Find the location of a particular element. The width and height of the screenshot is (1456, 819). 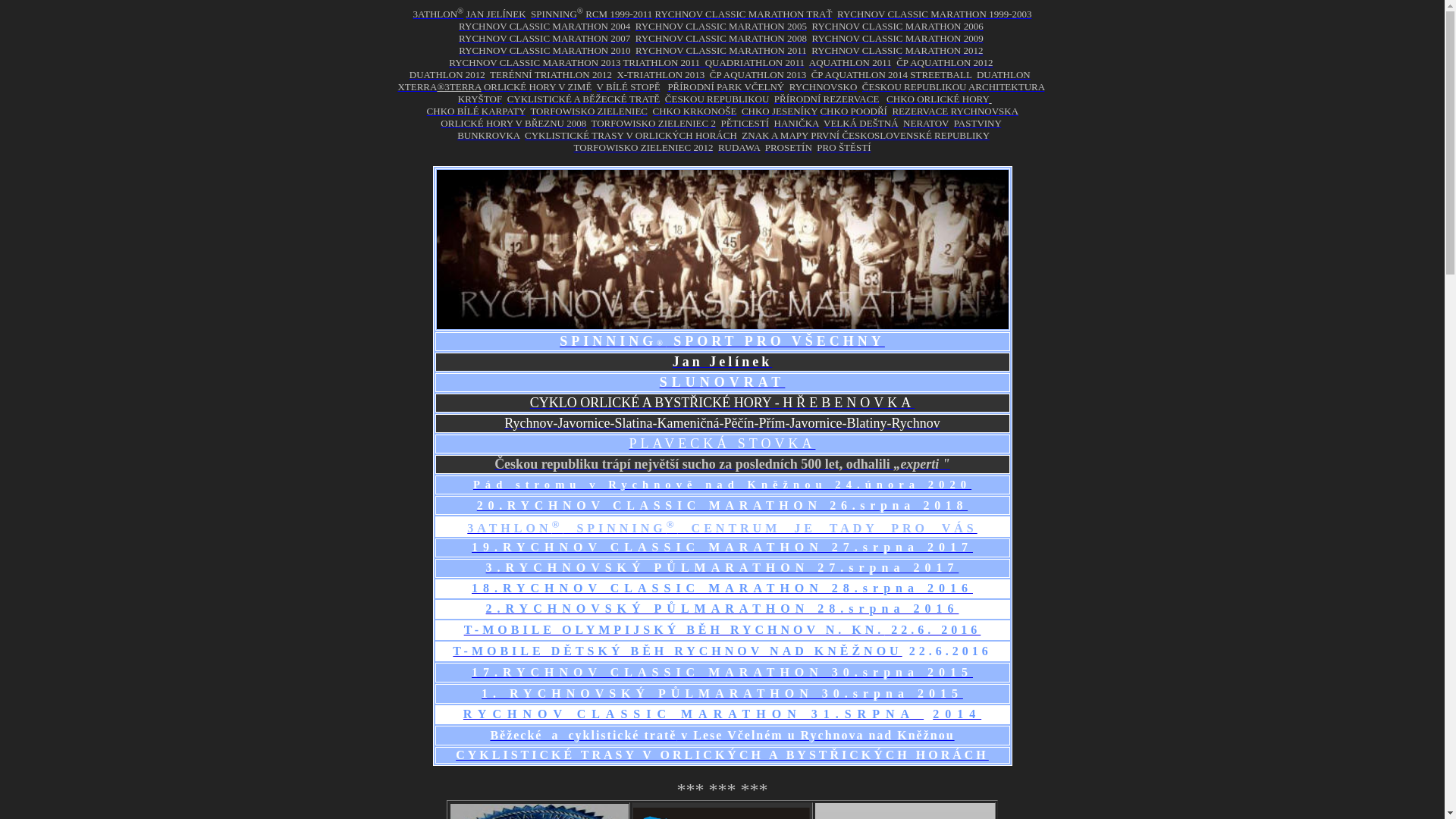

'RYCHNOV CLASSIC MARATHON 1999-2003' is located at coordinates (934, 14).